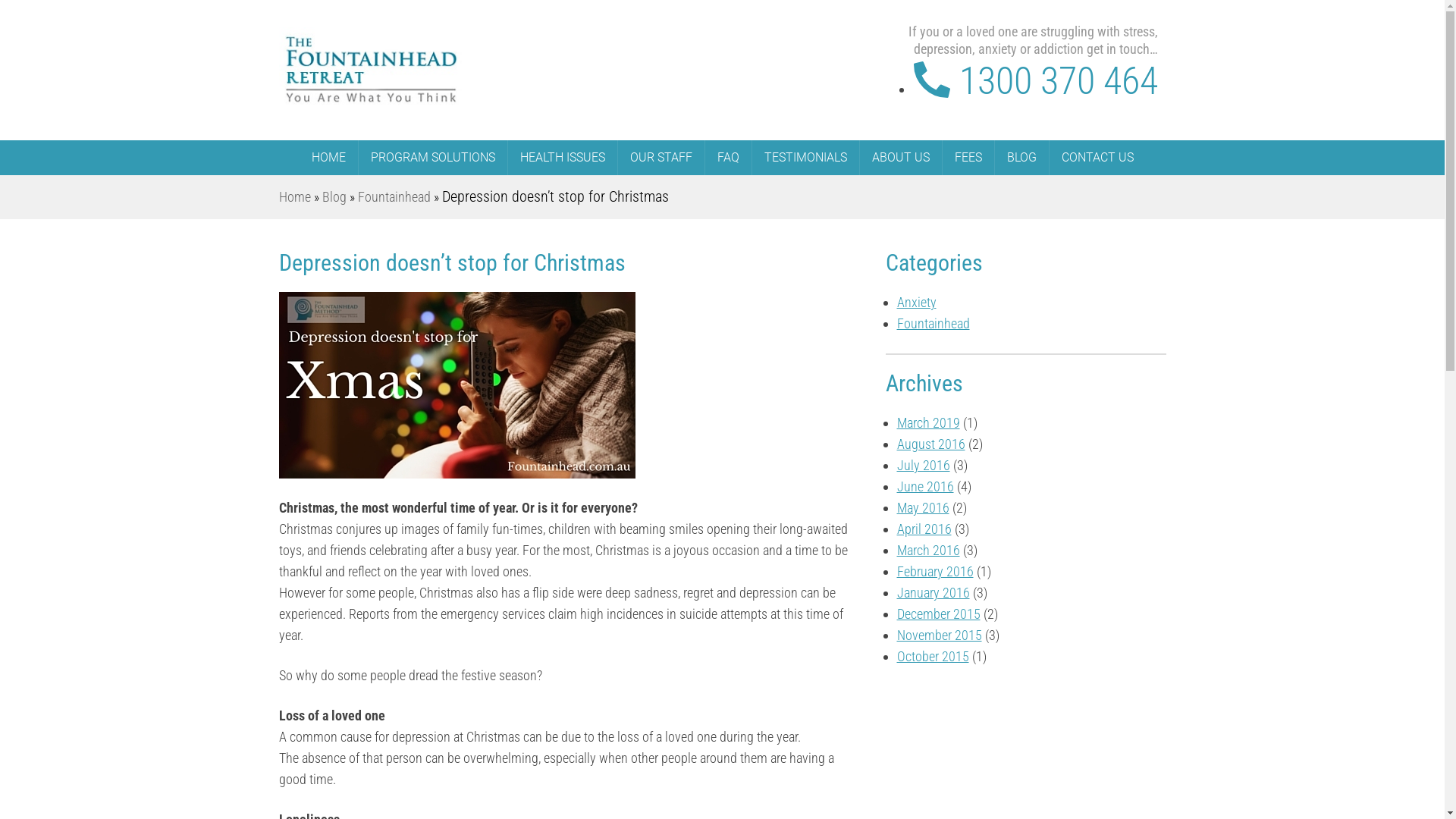 This screenshot has width=1456, height=819. I want to click on 'Home', so click(294, 196).